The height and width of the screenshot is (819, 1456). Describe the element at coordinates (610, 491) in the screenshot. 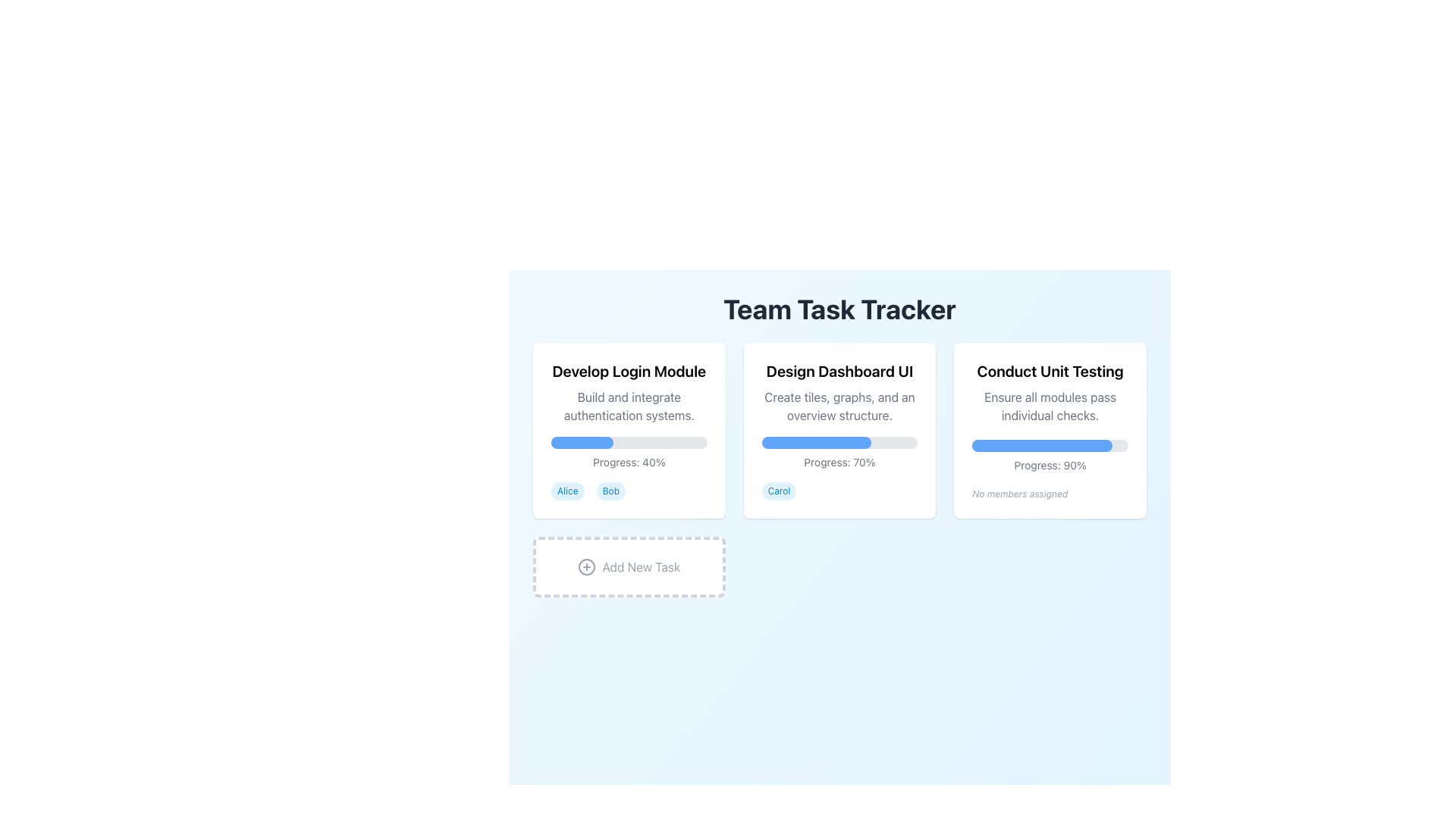

I see `text from the blue pill-shaped badge labeled 'Bob' located below the 'Progress: 40%' bar in the 'Develop Login Module' card` at that location.